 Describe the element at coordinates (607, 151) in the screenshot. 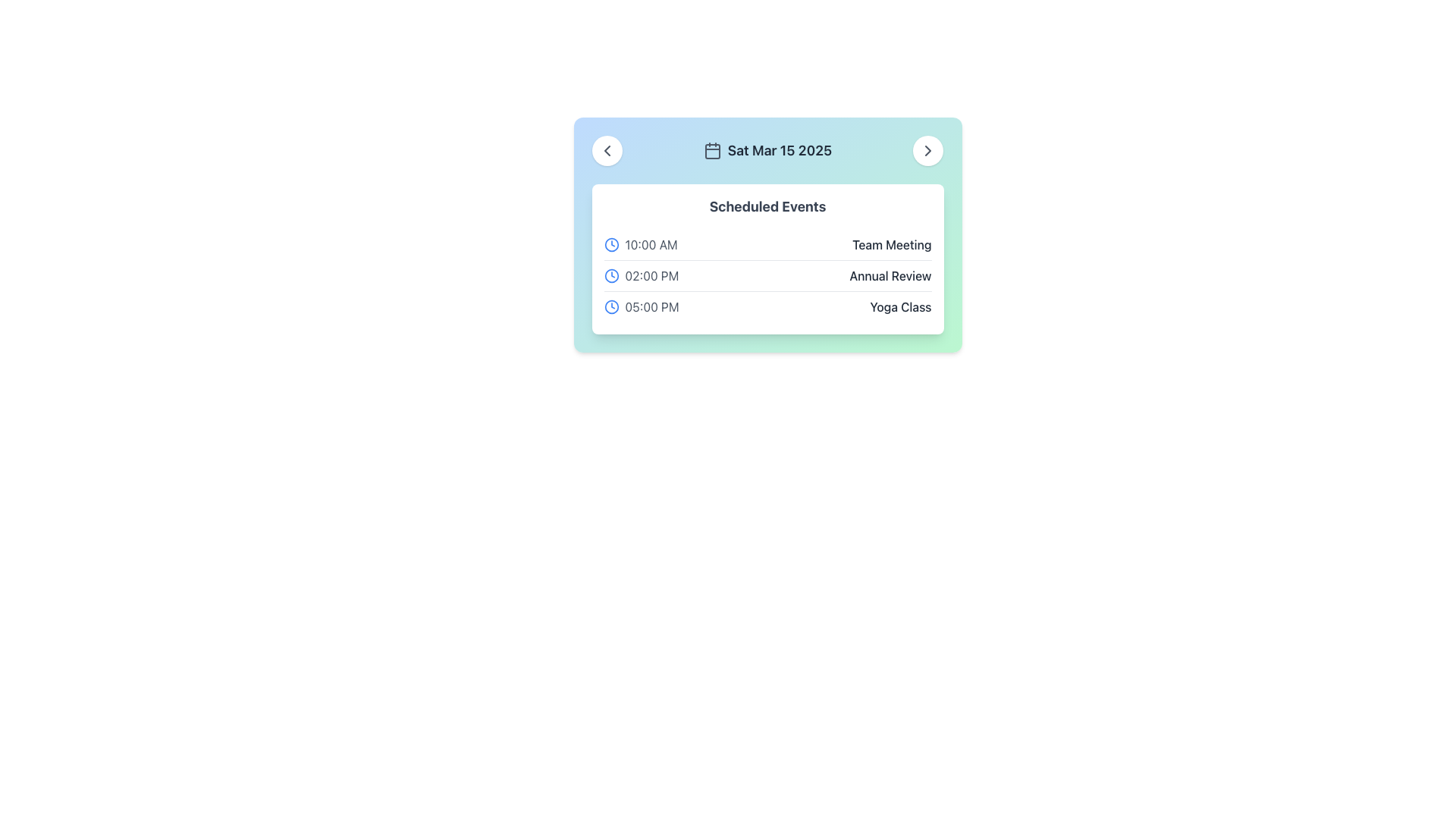

I see `the circular button with a white background and gray leftward chevron icon` at that location.